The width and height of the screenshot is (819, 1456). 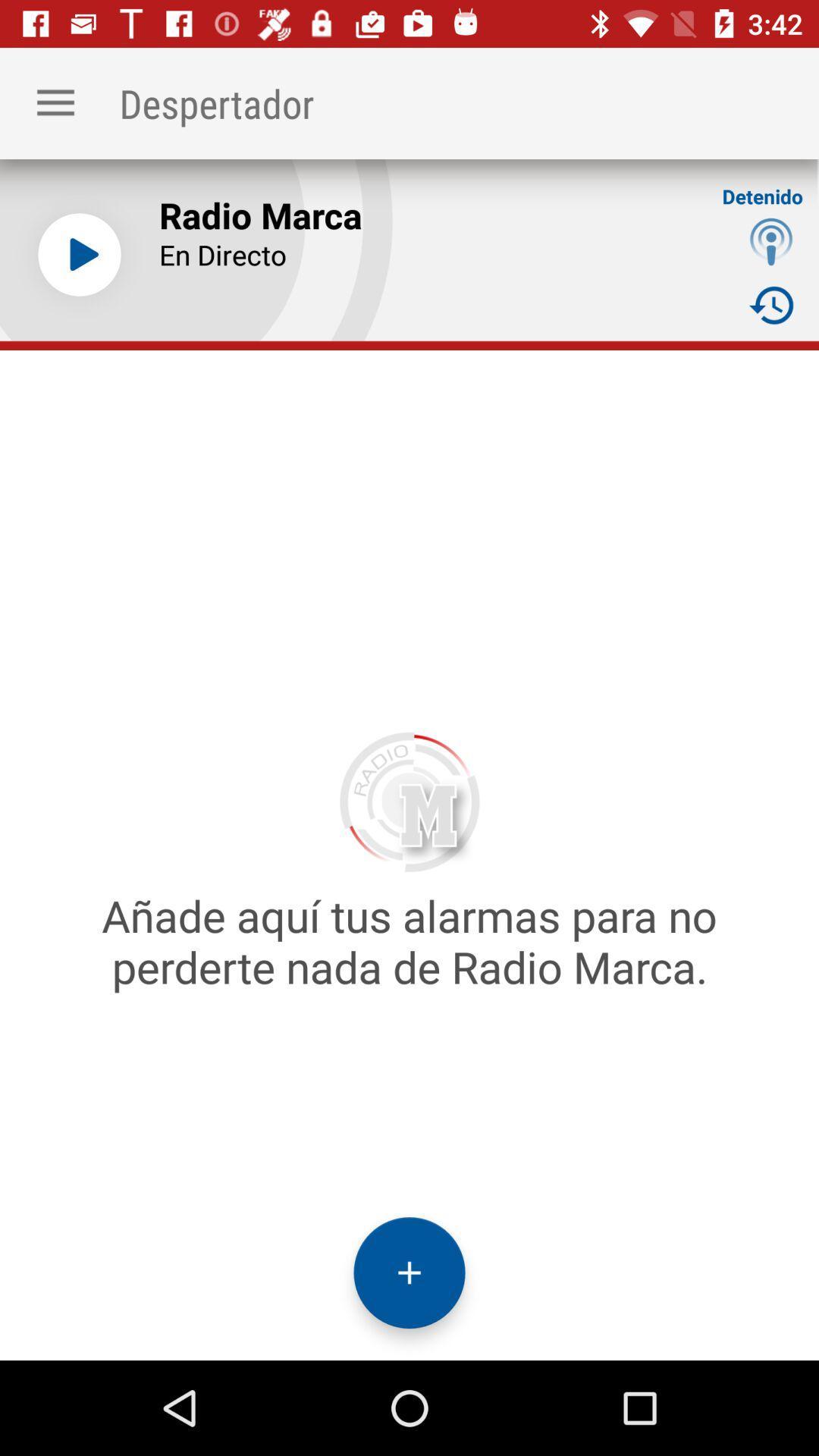 I want to click on add icon at the bottom, so click(x=409, y=1272).